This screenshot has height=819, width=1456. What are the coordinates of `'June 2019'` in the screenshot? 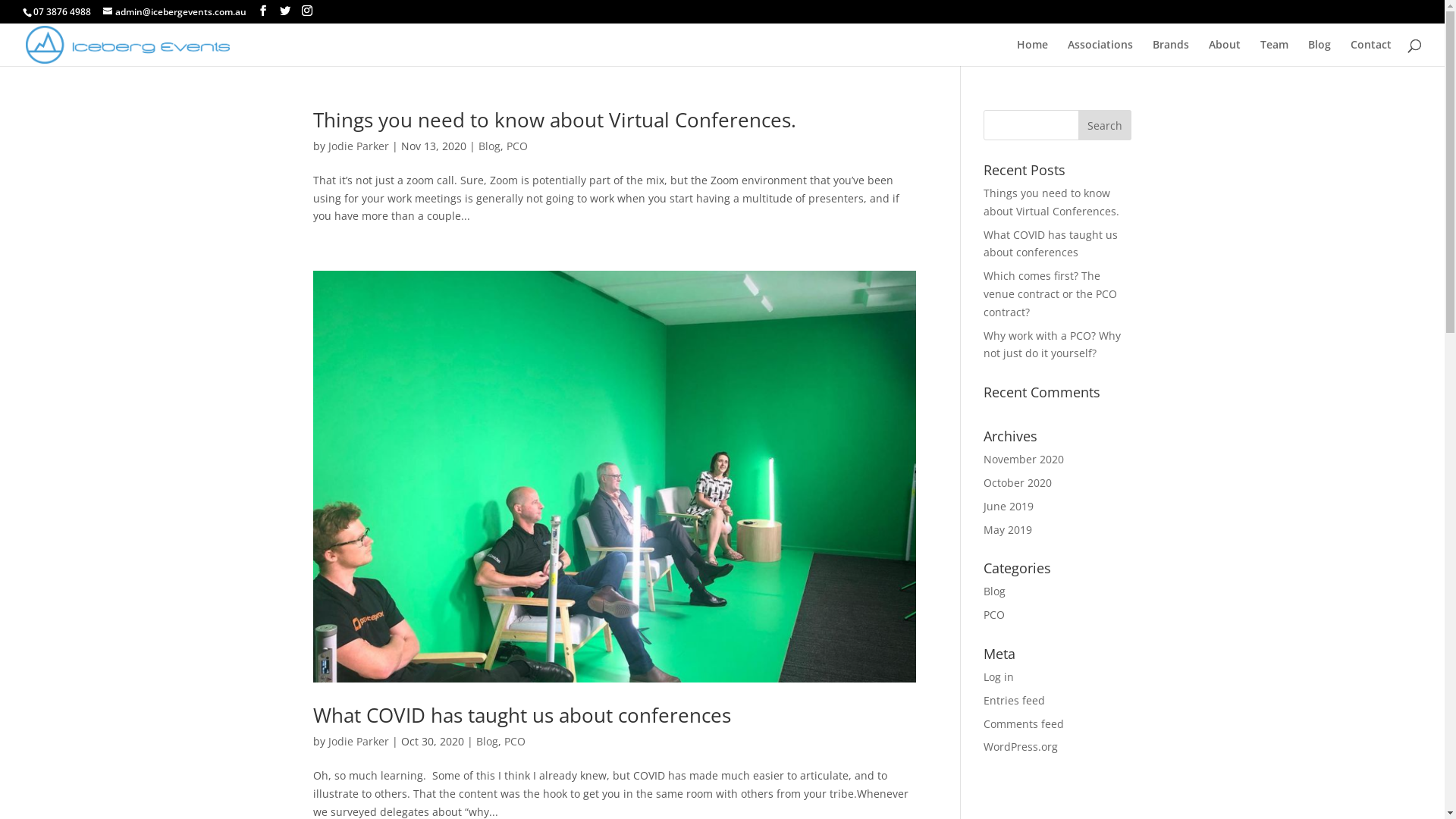 It's located at (1008, 506).